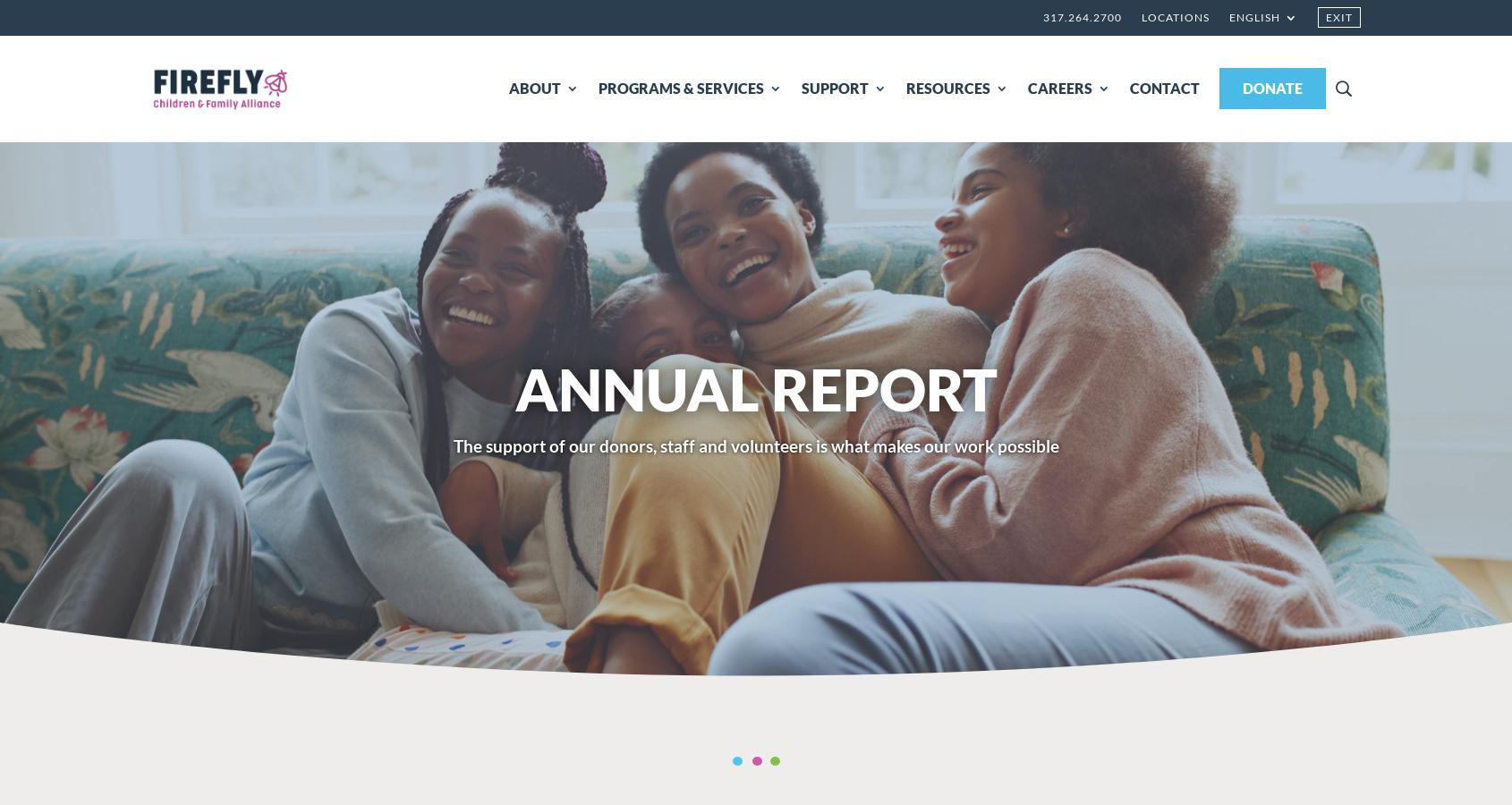 Image resolution: width=1512 pixels, height=805 pixels. I want to click on 'Annual Reports', so click(750, 174).